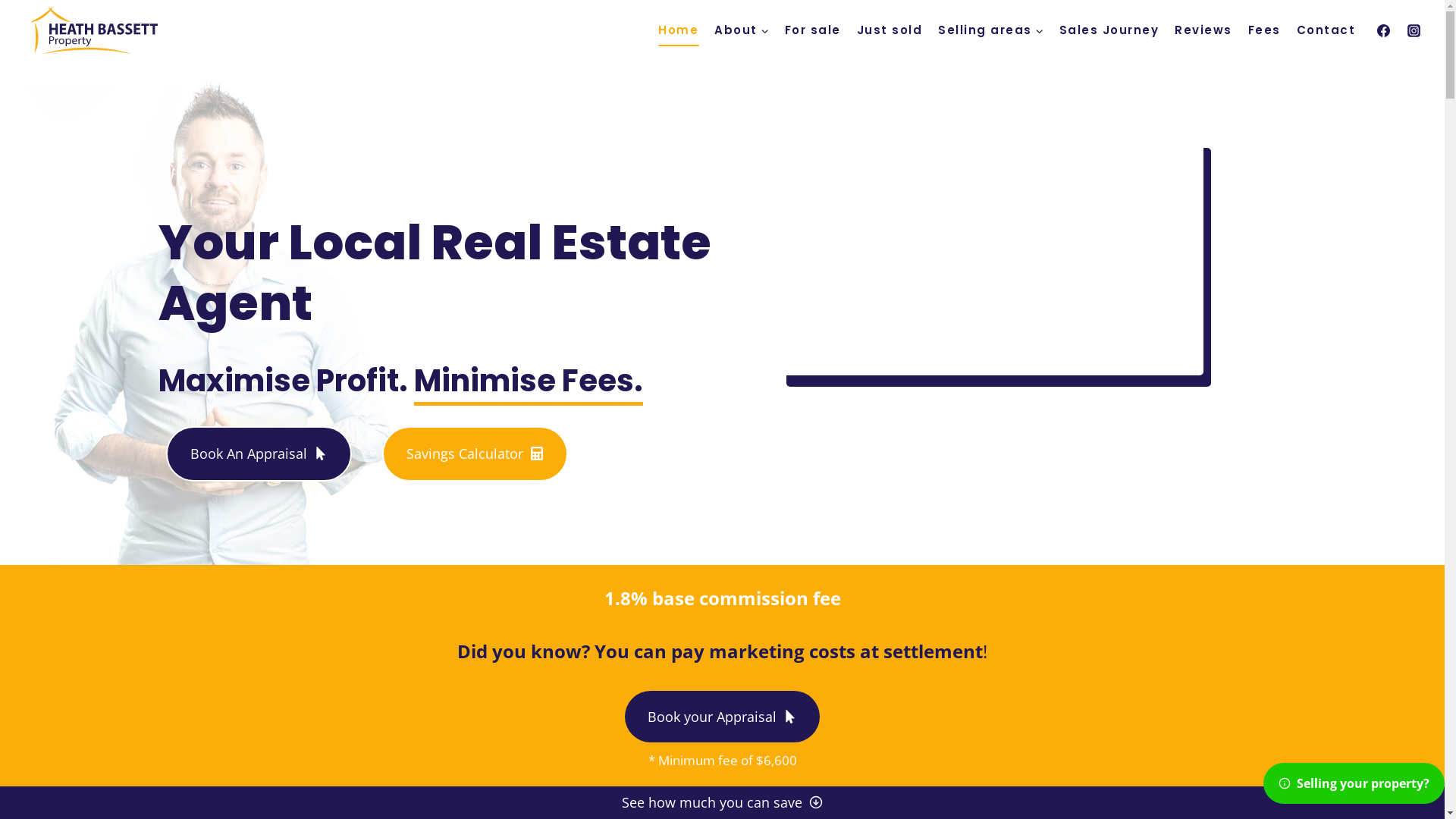  Describe the element at coordinates (990, 255) in the screenshot. I see `'YouTube video player'` at that location.